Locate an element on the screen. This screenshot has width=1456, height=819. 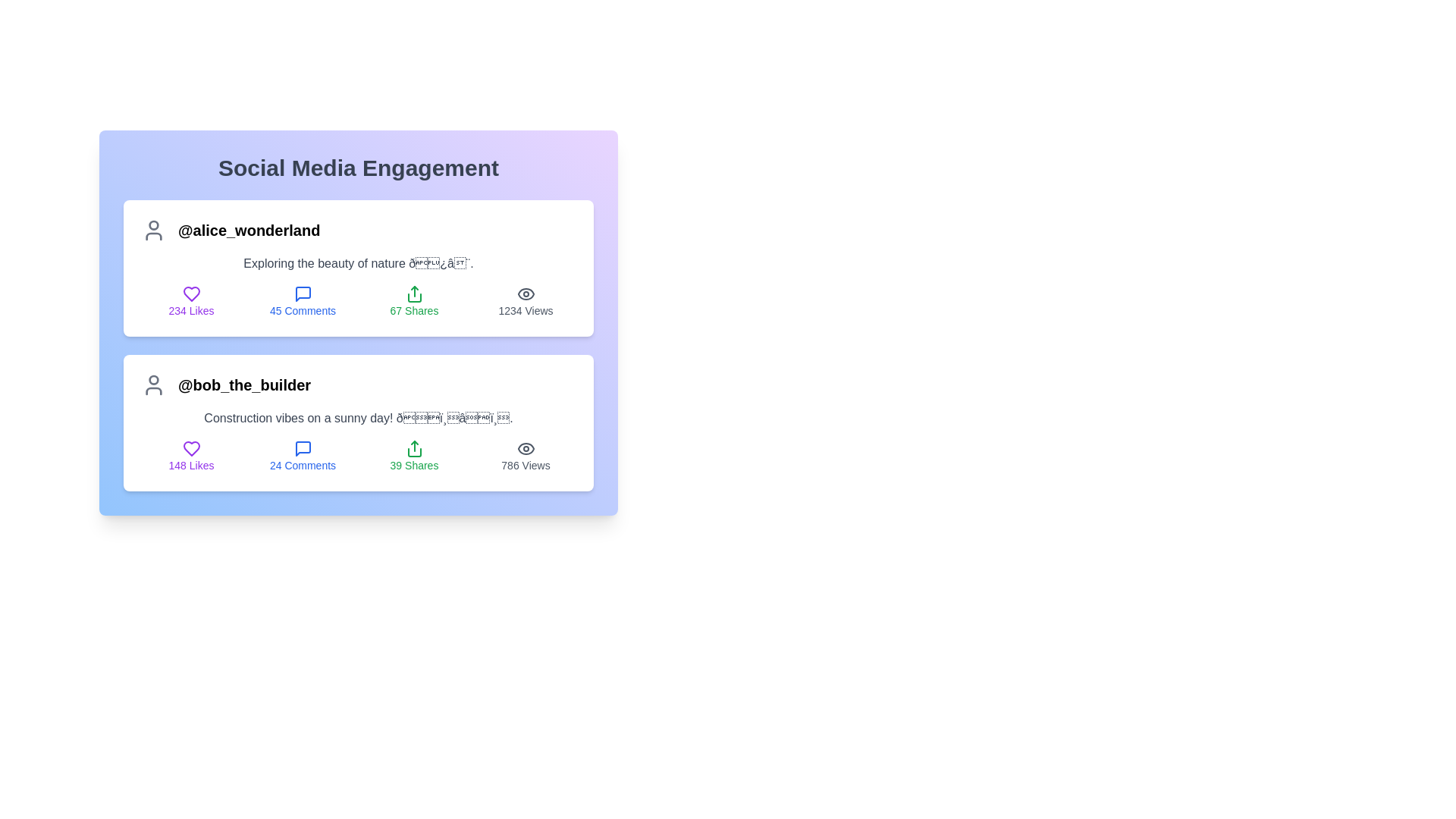
the text label displaying '786 Views' located in the lower right section of the second content card, adjacent to the eye icon is located at coordinates (526, 464).